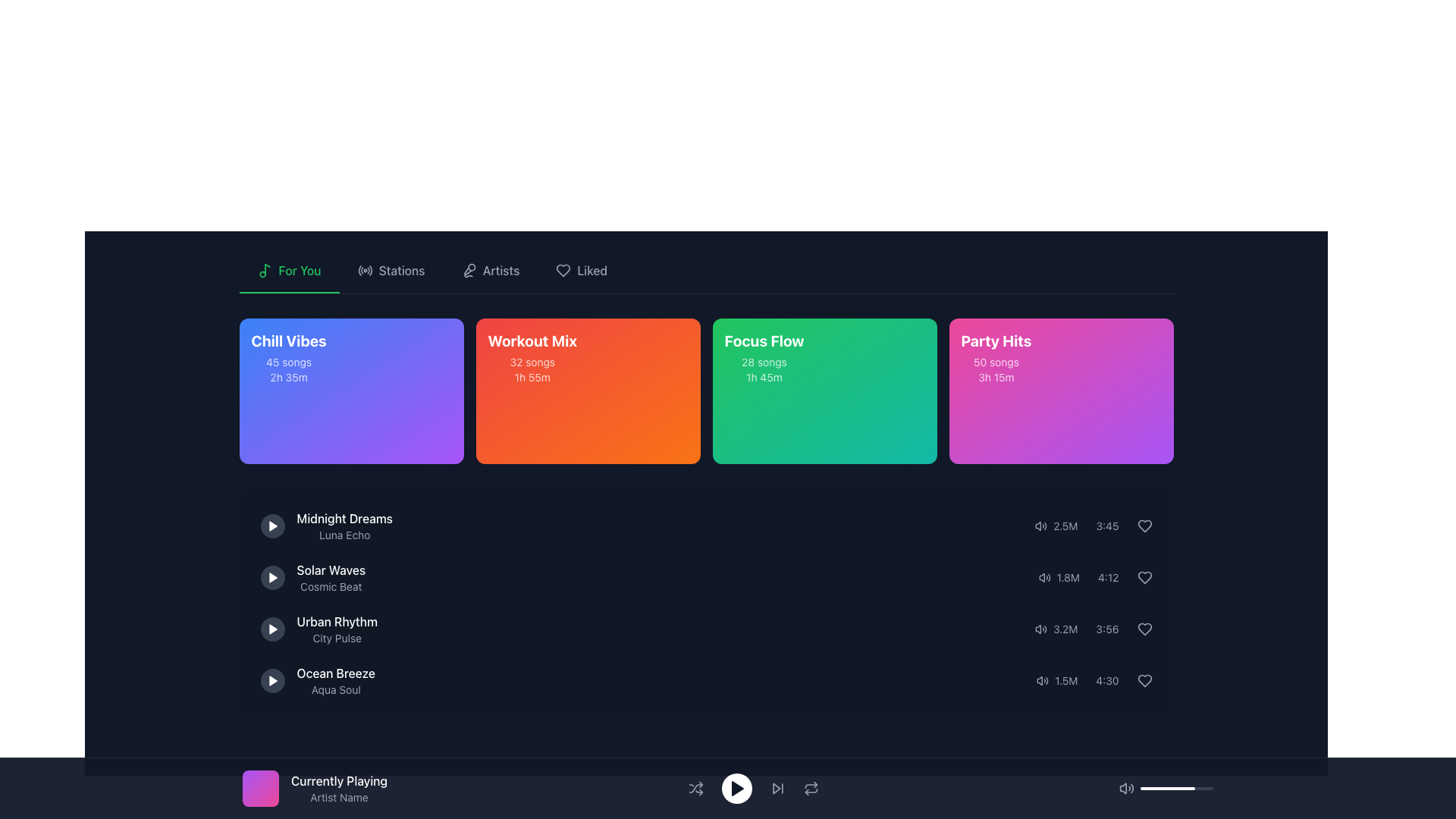 This screenshot has width=1456, height=819. What do you see at coordinates (1194, 788) in the screenshot?
I see `slider value` at bounding box center [1194, 788].